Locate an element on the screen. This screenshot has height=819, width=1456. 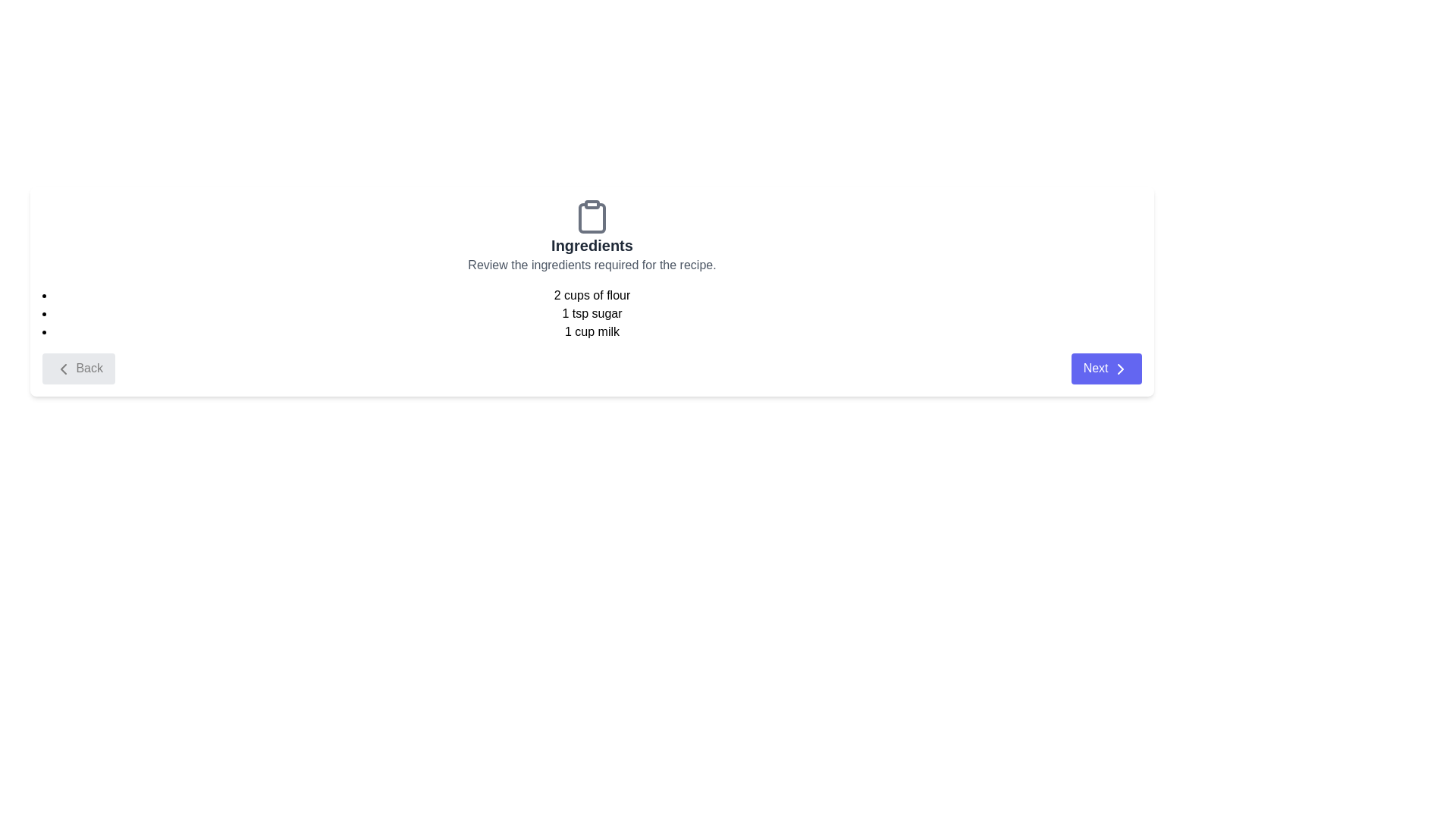
the 'Next' button to navigate to the next step is located at coordinates (1106, 369).